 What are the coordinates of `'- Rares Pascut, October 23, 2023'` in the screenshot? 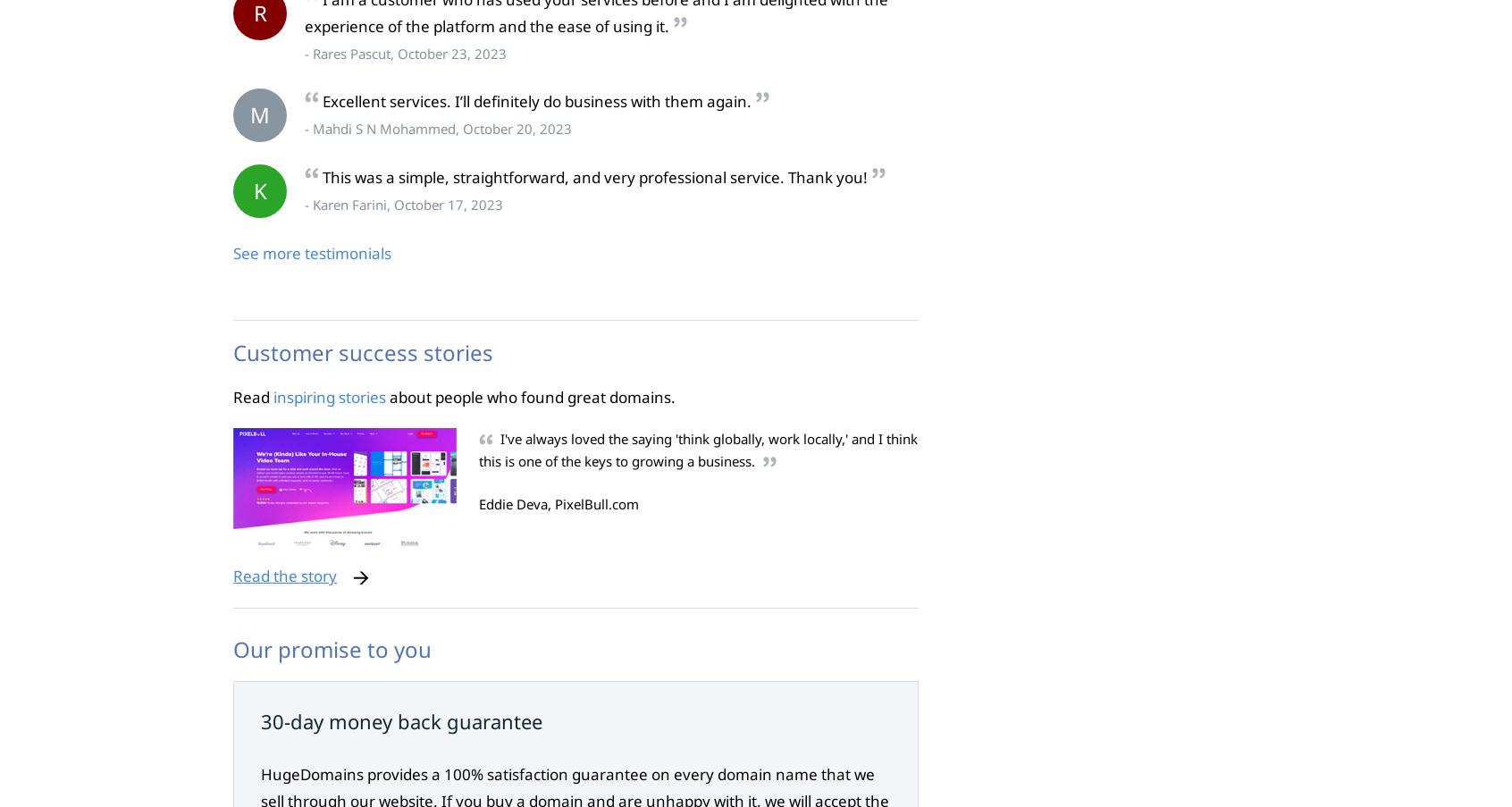 It's located at (404, 51).